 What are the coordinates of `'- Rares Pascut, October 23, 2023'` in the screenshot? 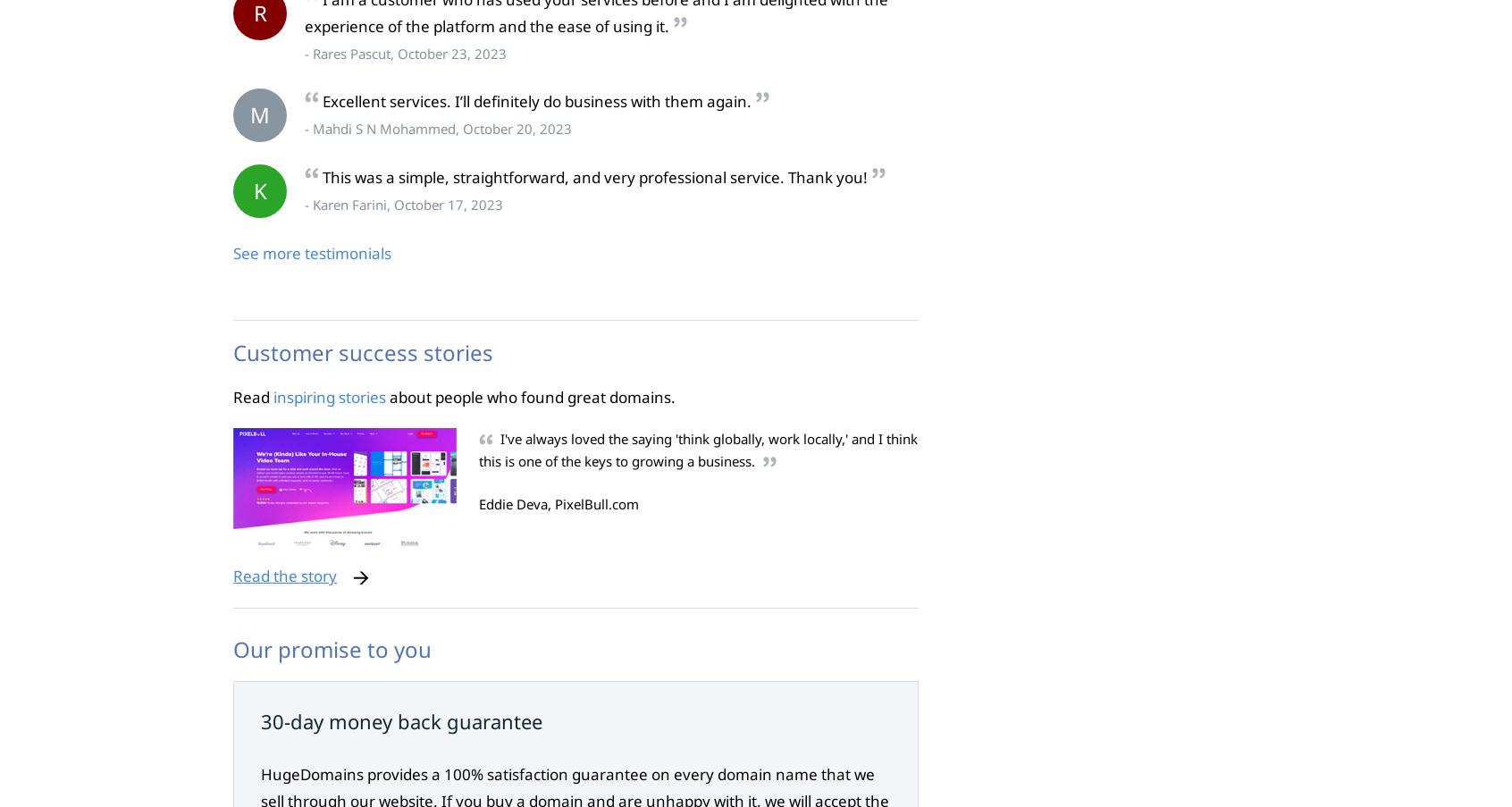 It's located at (404, 51).